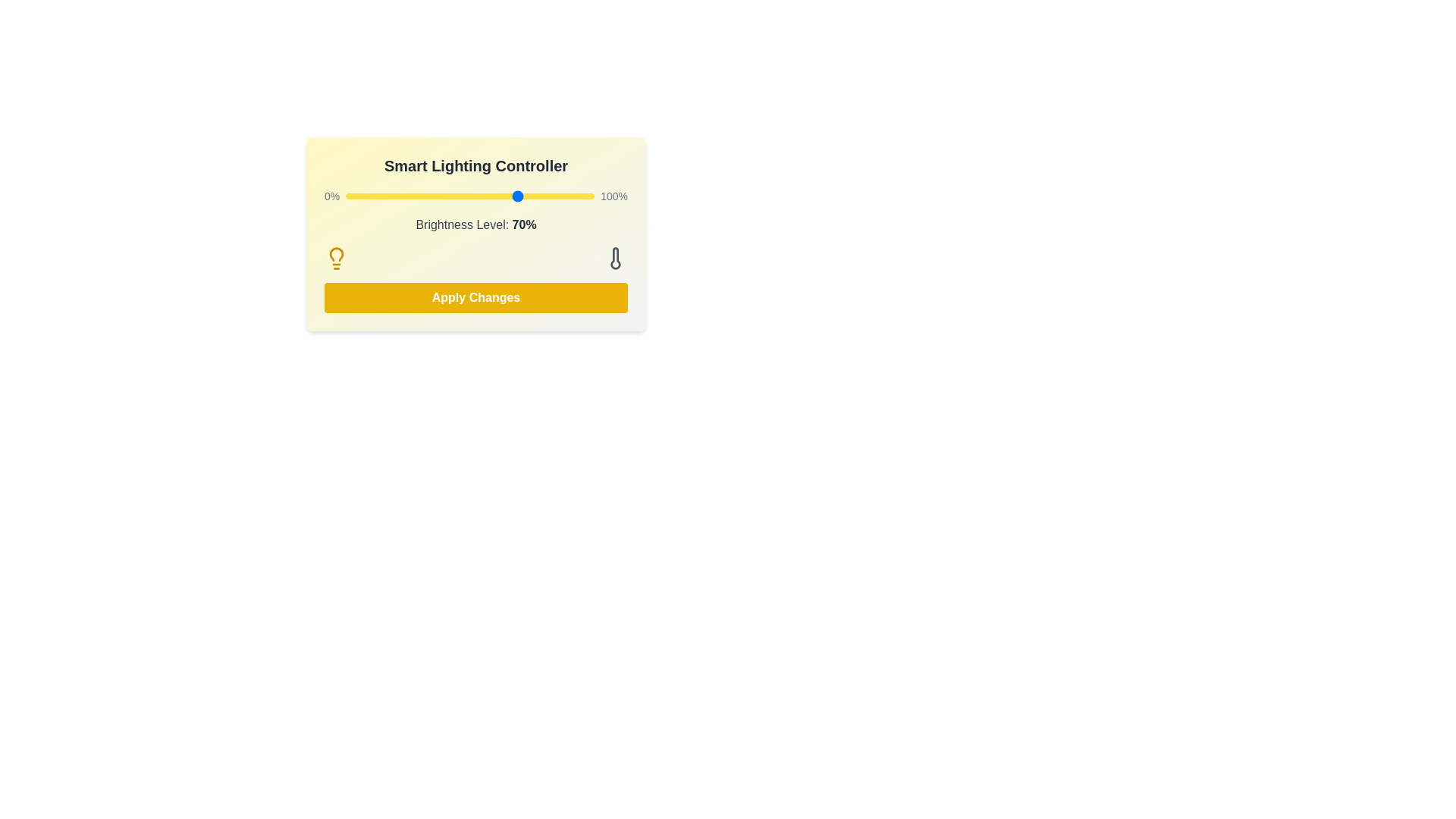 The height and width of the screenshot is (819, 1456). What do you see at coordinates (519, 195) in the screenshot?
I see `the brightness slider to set the brightness to 70%` at bounding box center [519, 195].